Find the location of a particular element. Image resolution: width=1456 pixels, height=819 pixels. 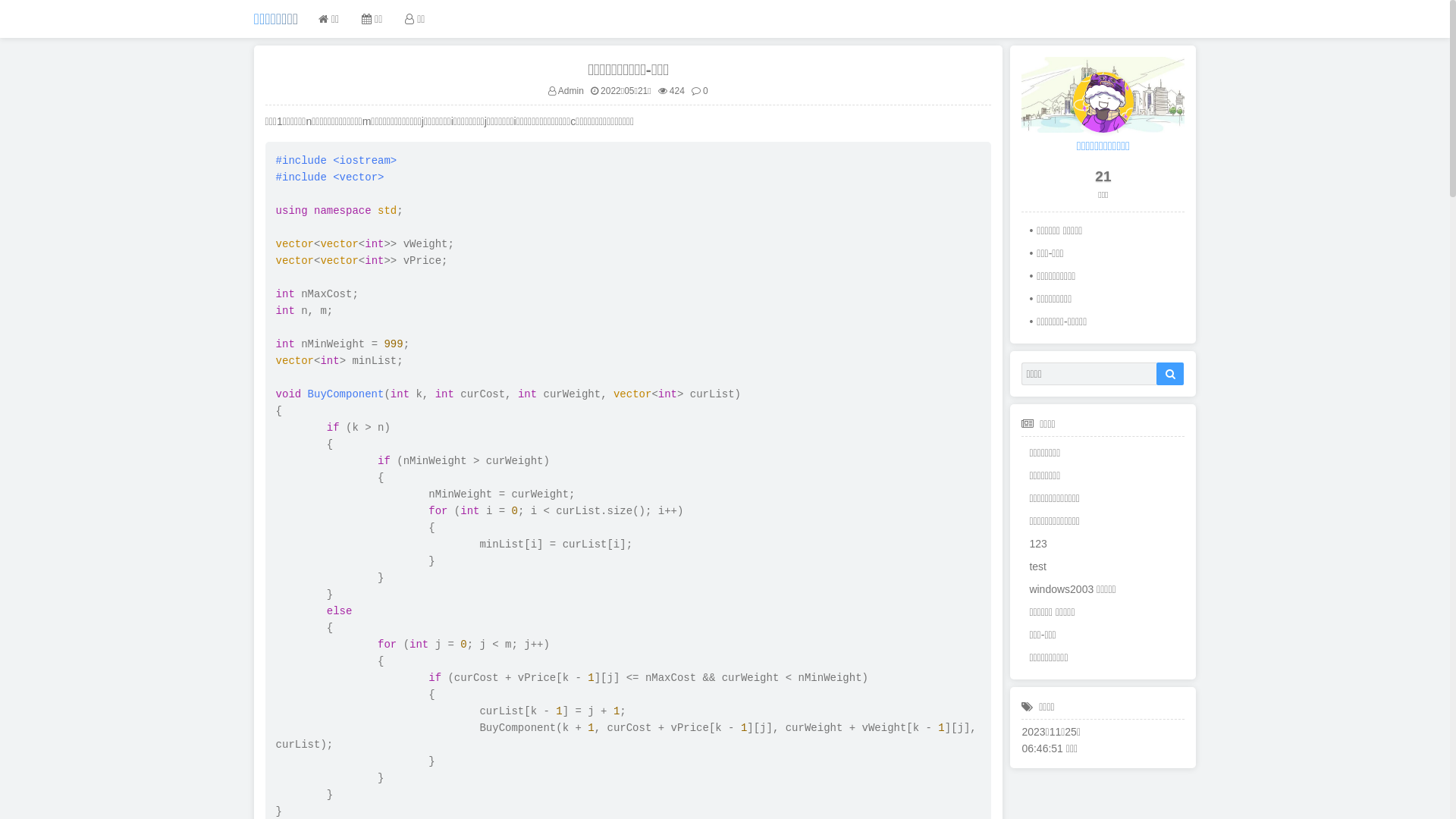

'test' is located at coordinates (1105, 565).